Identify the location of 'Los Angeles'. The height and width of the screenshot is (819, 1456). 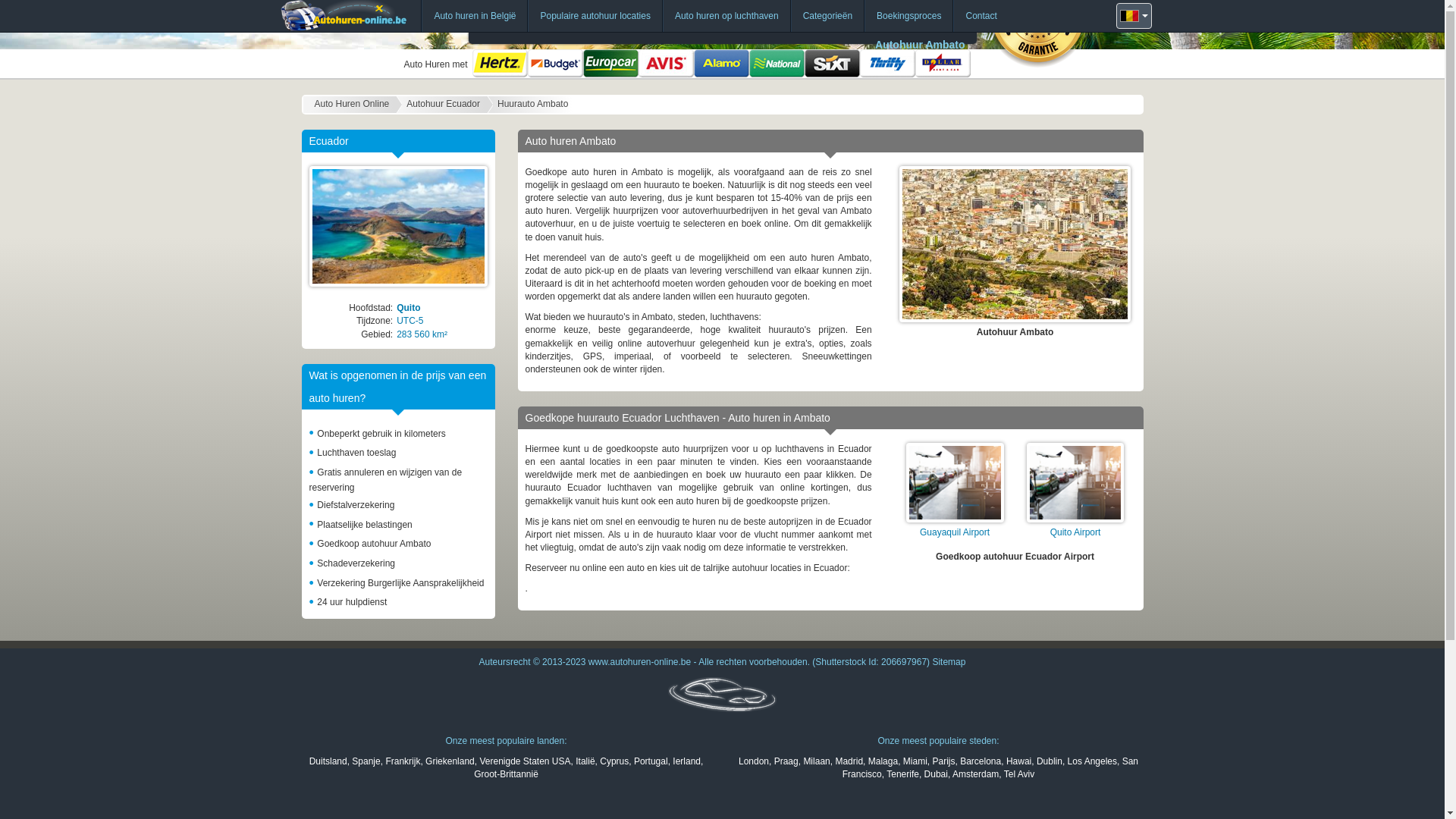
(1092, 761).